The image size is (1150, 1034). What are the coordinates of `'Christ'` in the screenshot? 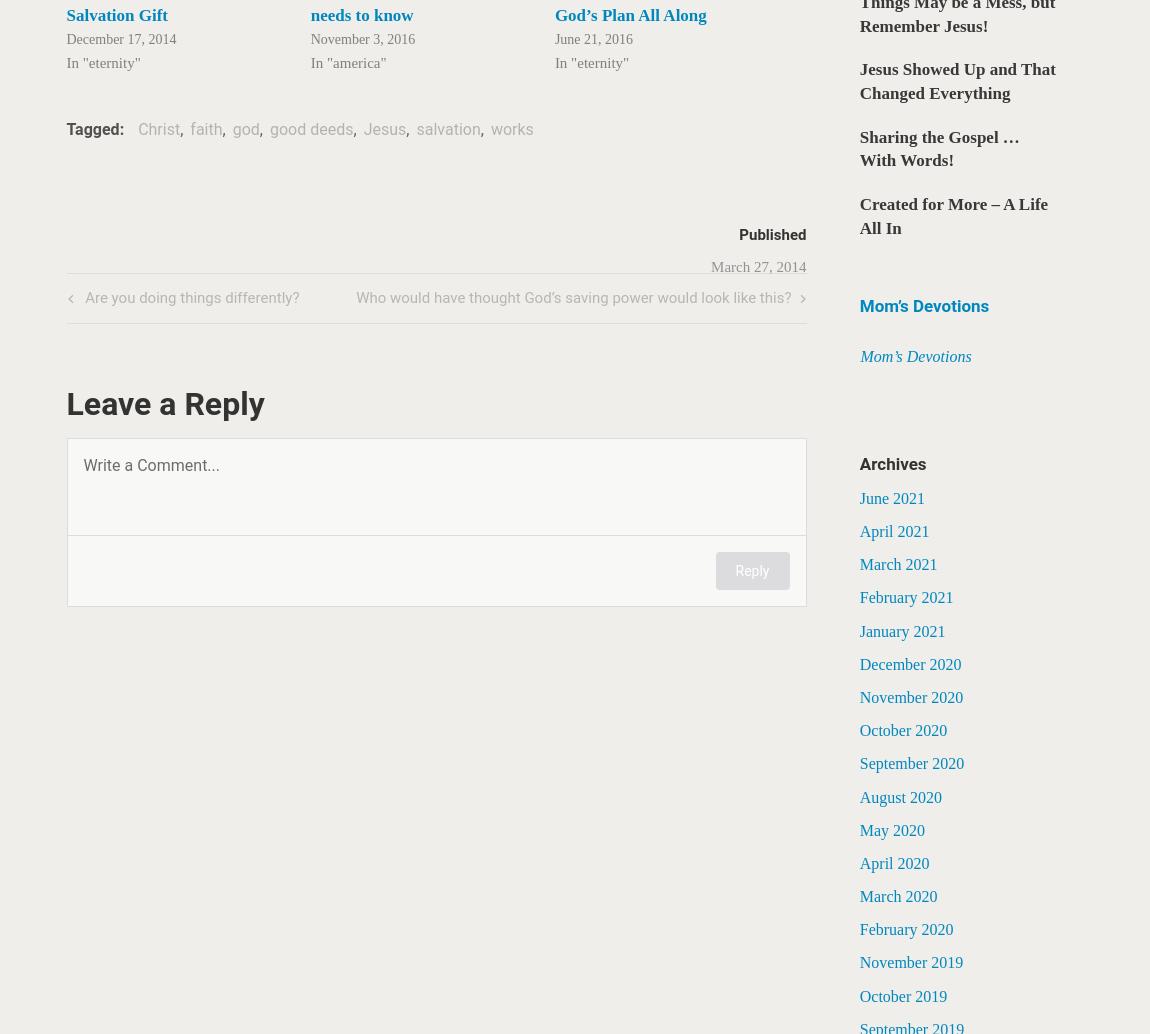 It's located at (158, 129).